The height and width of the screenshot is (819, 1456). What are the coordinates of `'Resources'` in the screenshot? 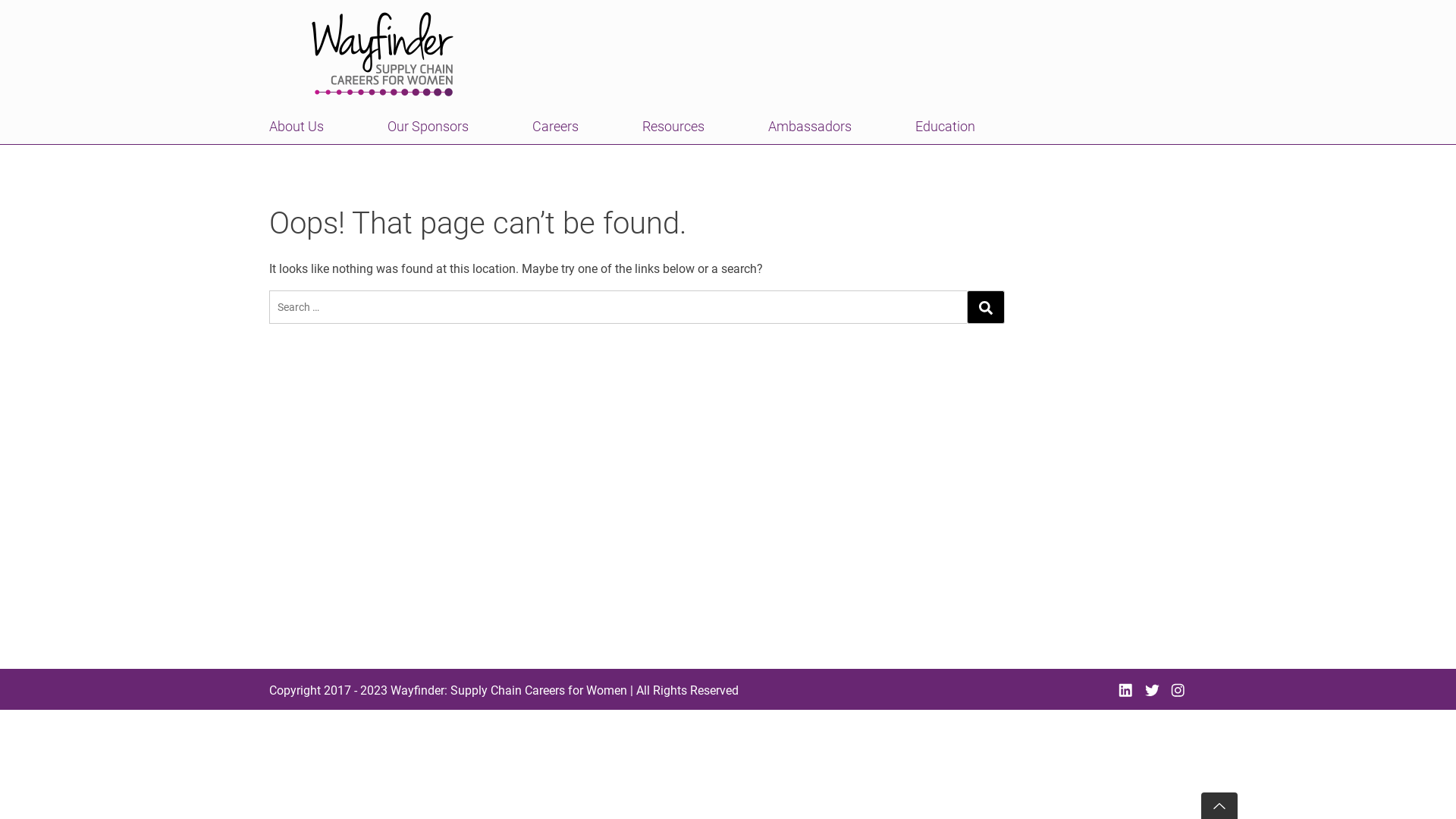 It's located at (673, 125).